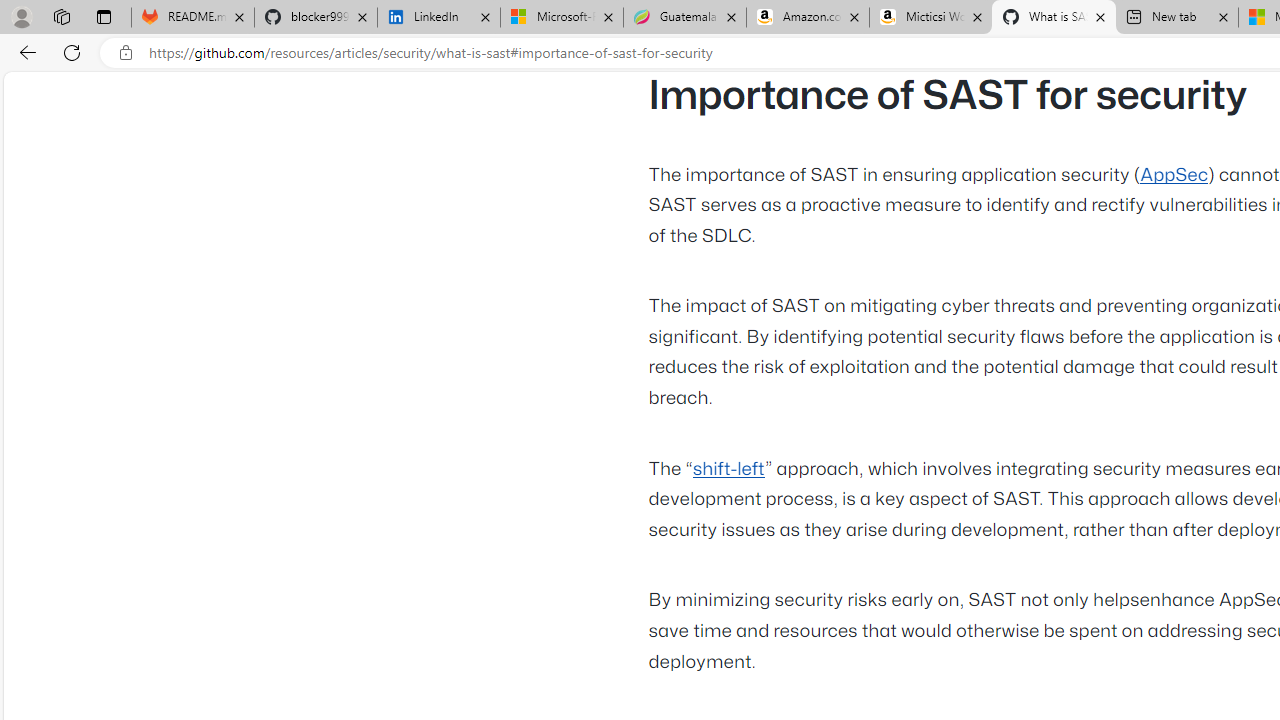 The height and width of the screenshot is (720, 1280). What do you see at coordinates (438, 17) in the screenshot?
I see `'LinkedIn'` at bounding box center [438, 17].